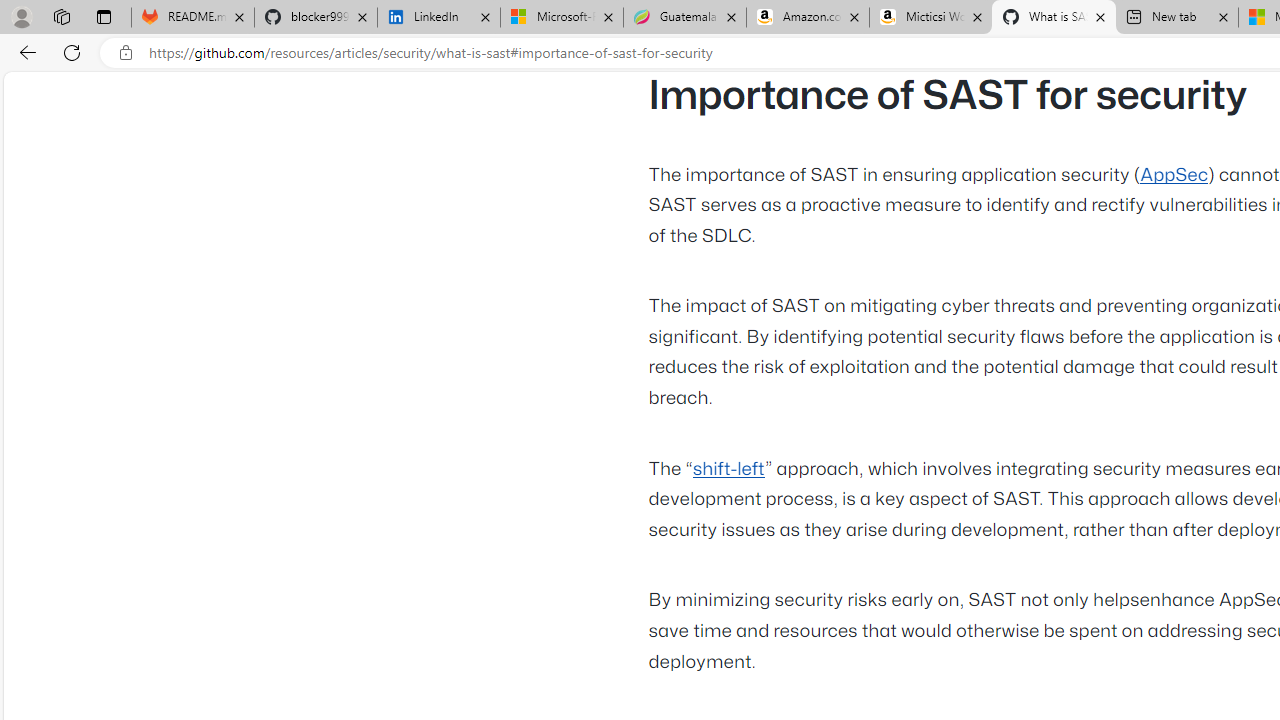 The height and width of the screenshot is (720, 1280). What do you see at coordinates (438, 17) in the screenshot?
I see `'LinkedIn'` at bounding box center [438, 17].